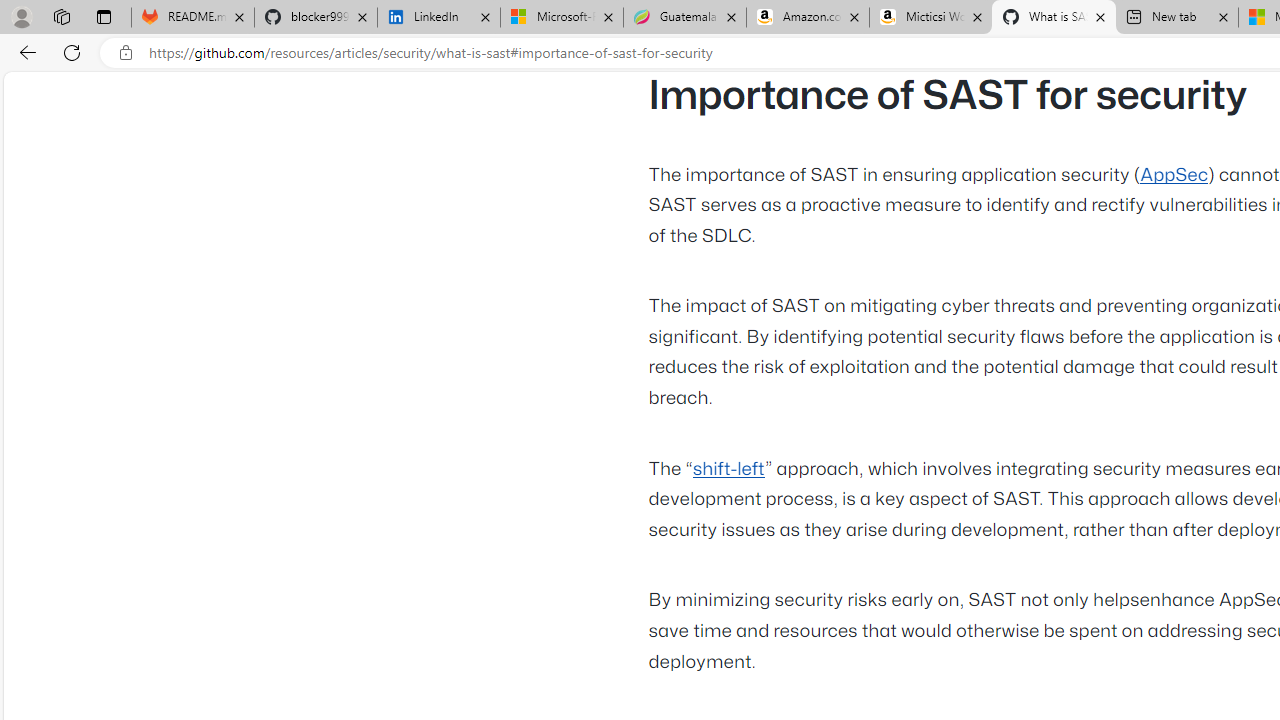 The height and width of the screenshot is (720, 1280). What do you see at coordinates (438, 17) in the screenshot?
I see `'LinkedIn'` at bounding box center [438, 17].